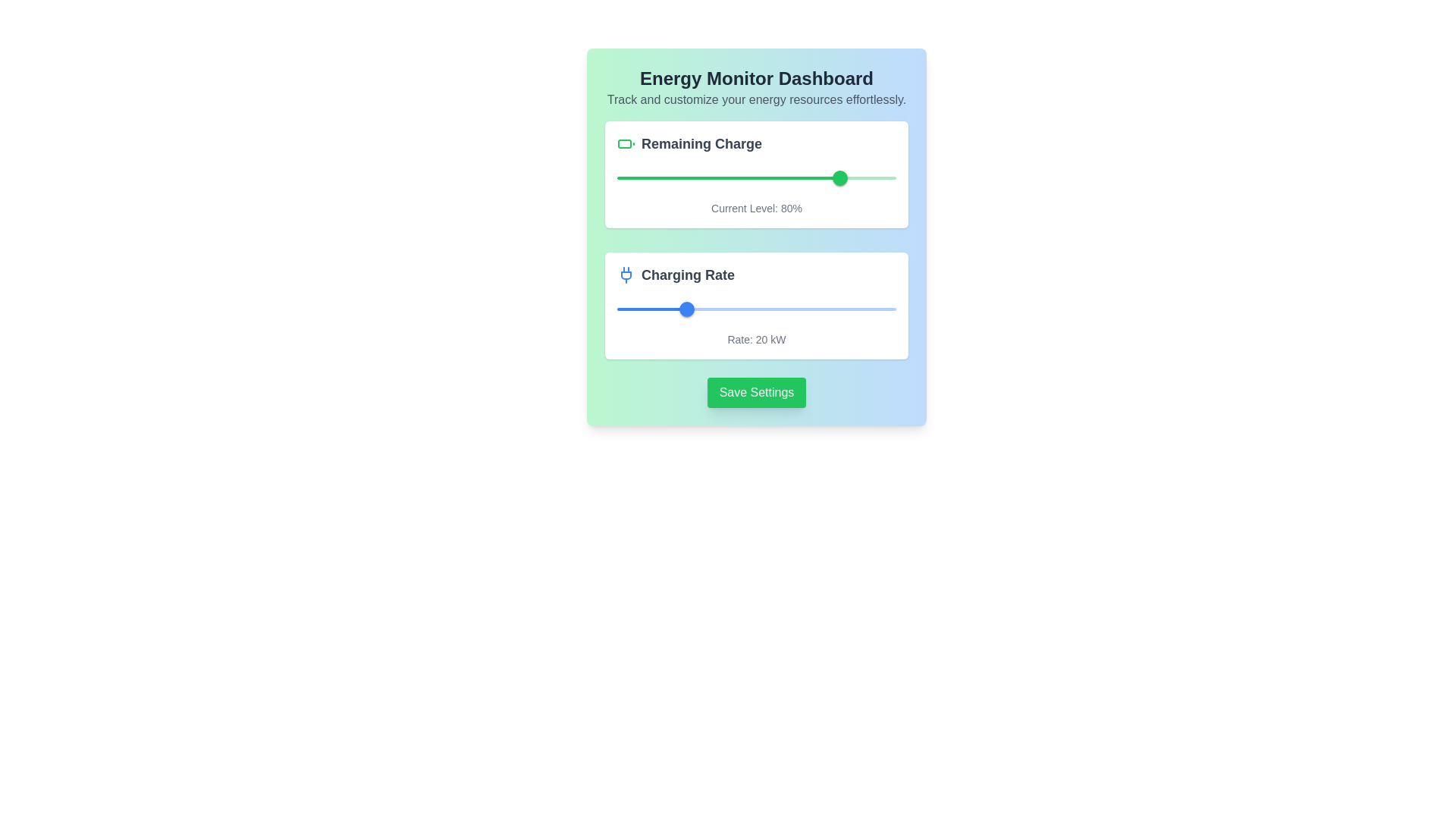 The image size is (1456, 819). I want to click on slider value, so click(623, 177).